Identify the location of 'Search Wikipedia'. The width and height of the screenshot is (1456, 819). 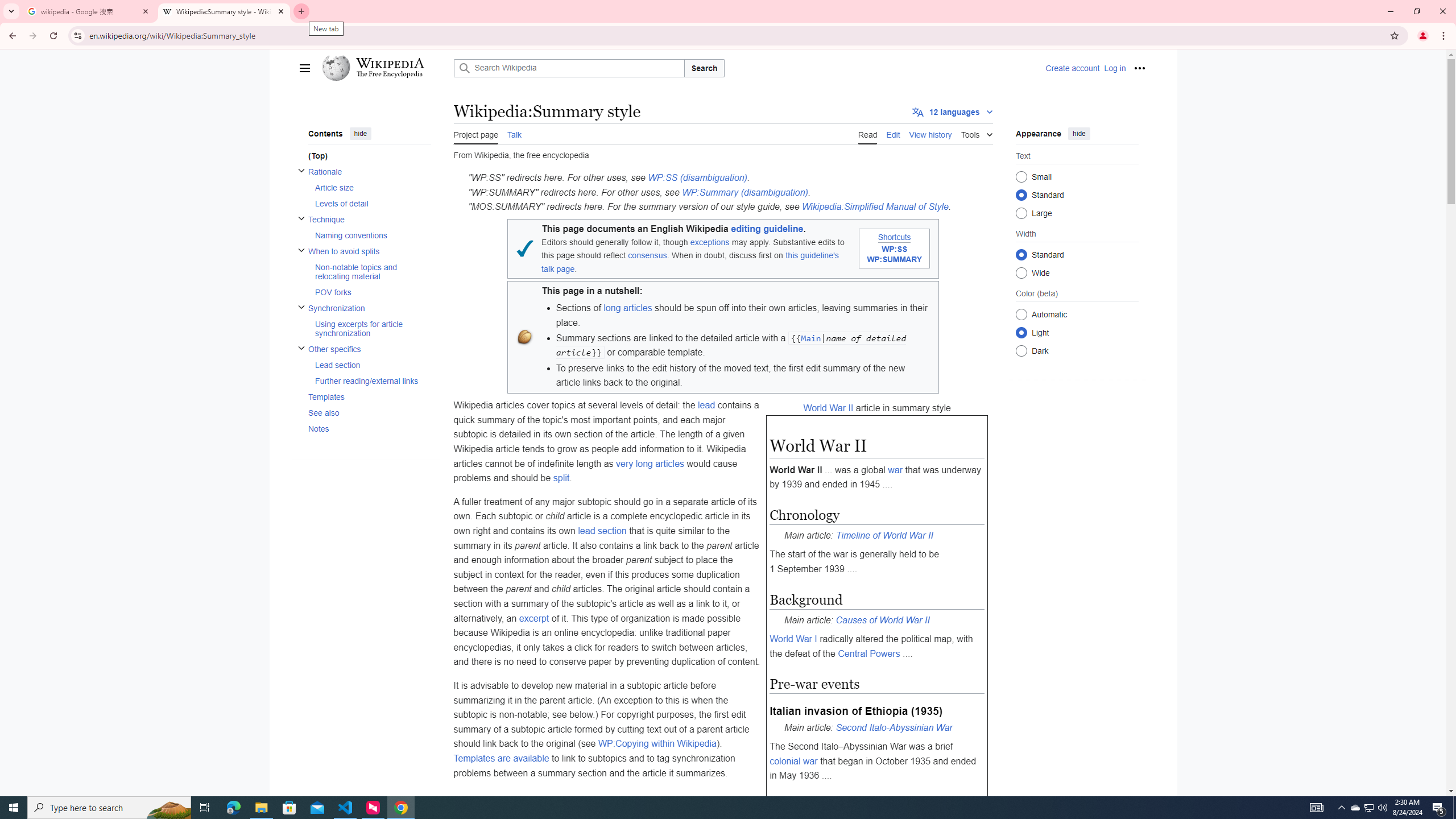
(568, 67).